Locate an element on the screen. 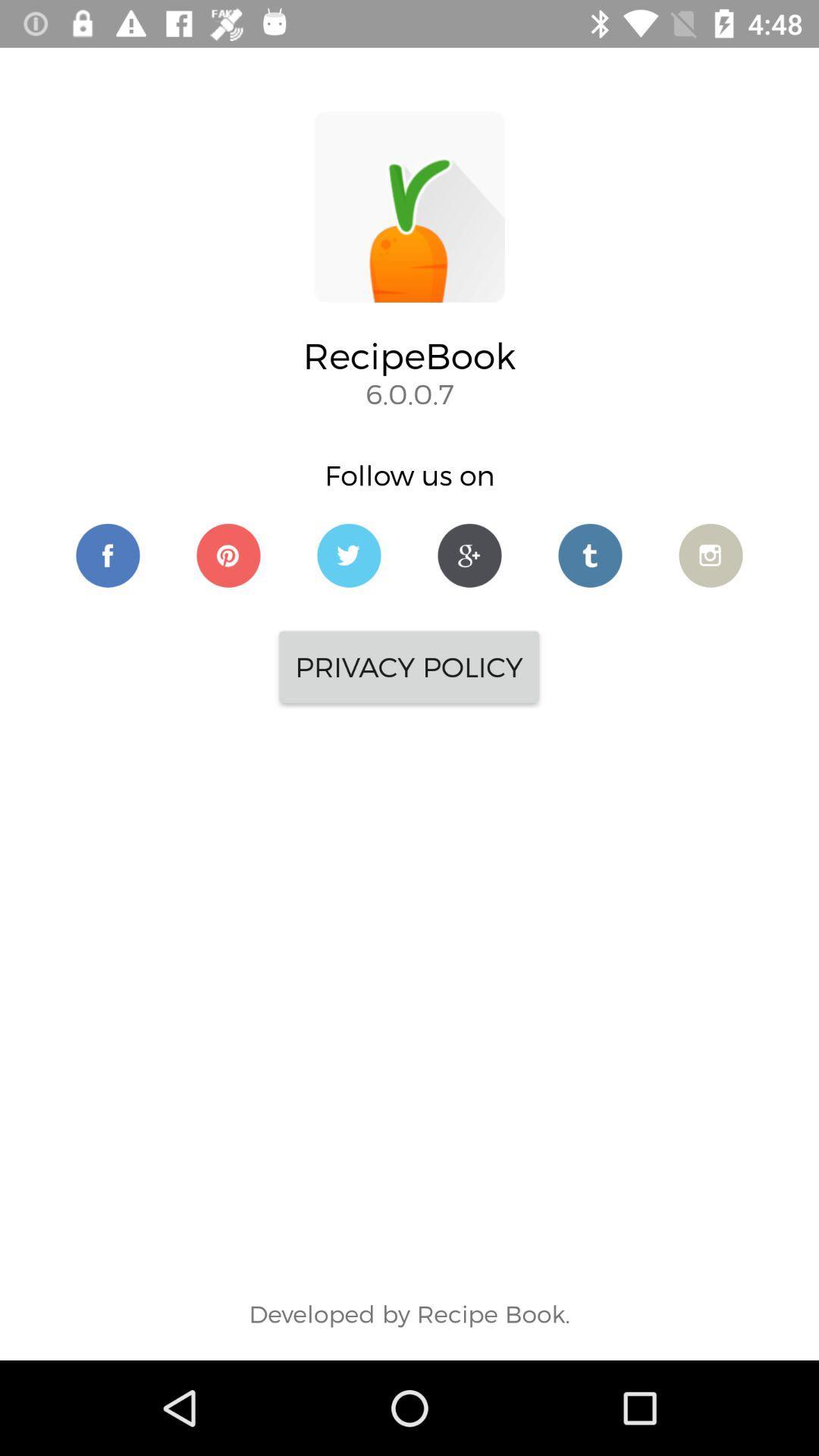 The height and width of the screenshot is (1456, 819). open camera is located at coordinates (711, 554).